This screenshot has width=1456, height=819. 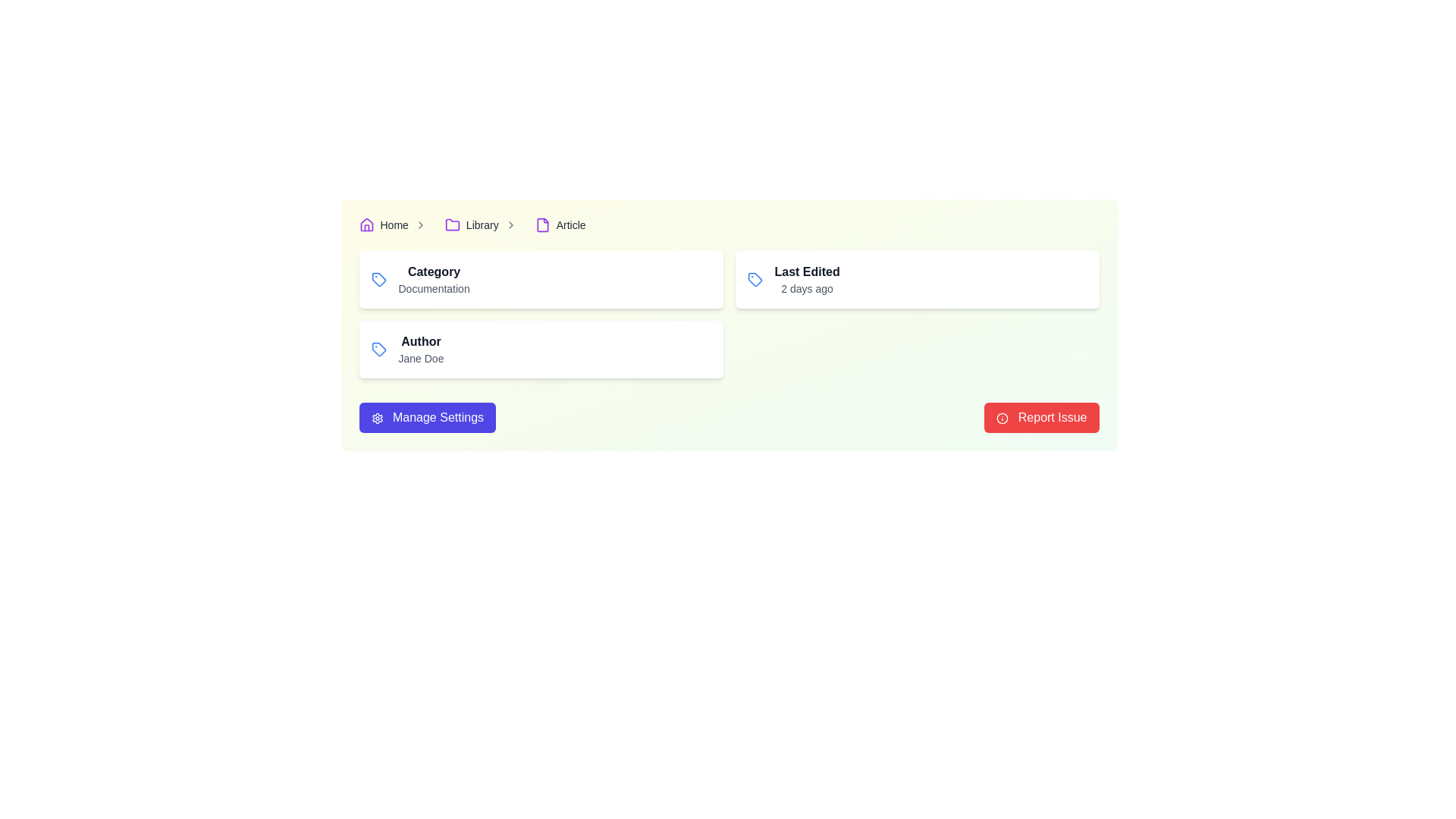 What do you see at coordinates (806, 289) in the screenshot?
I see `the text label that displays '2 days ago', which is located directly below the 'Last Edited' text in the upper-right corner of the interface` at bounding box center [806, 289].